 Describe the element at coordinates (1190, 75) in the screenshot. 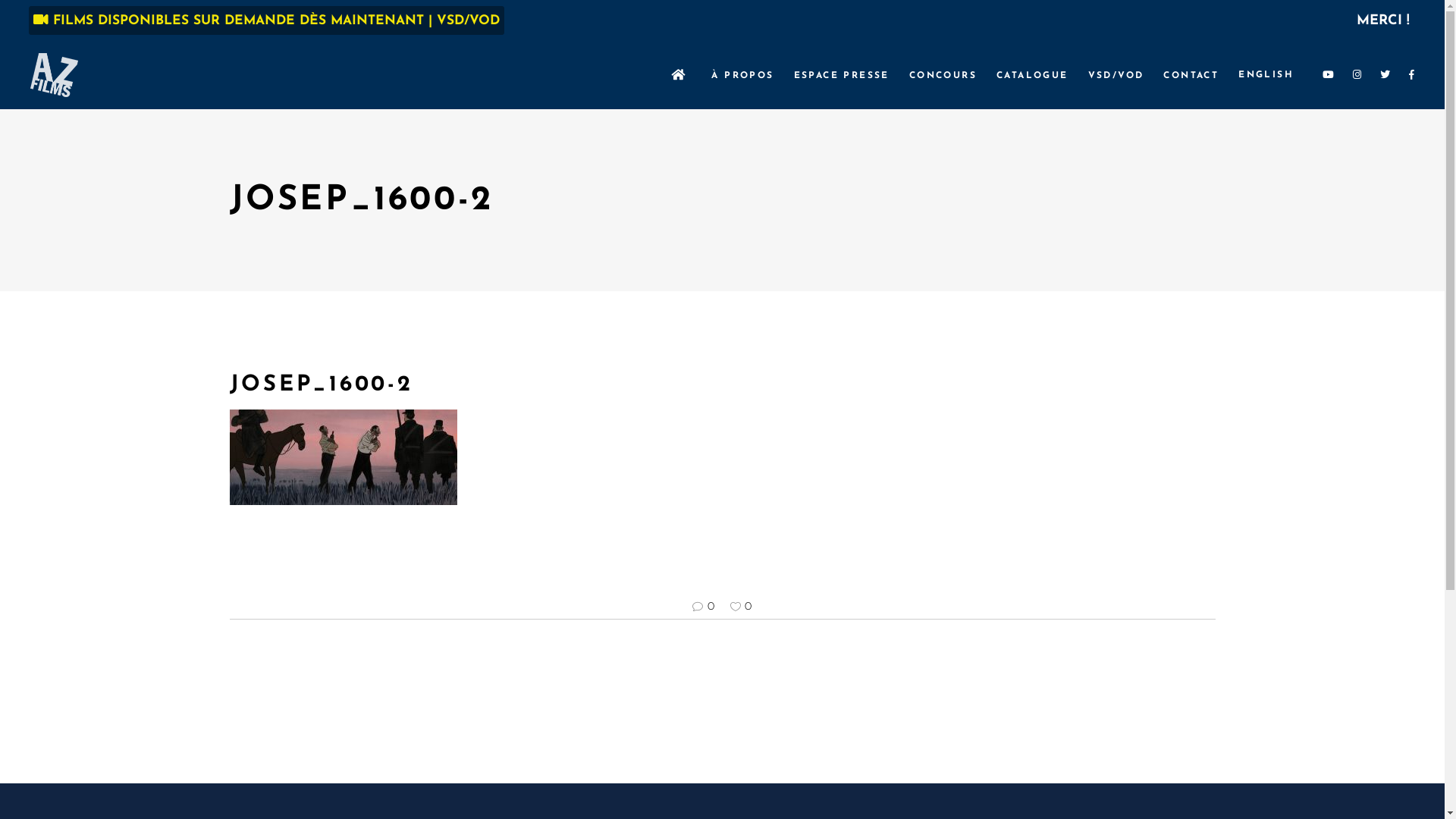

I see `'CONTACT'` at that location.